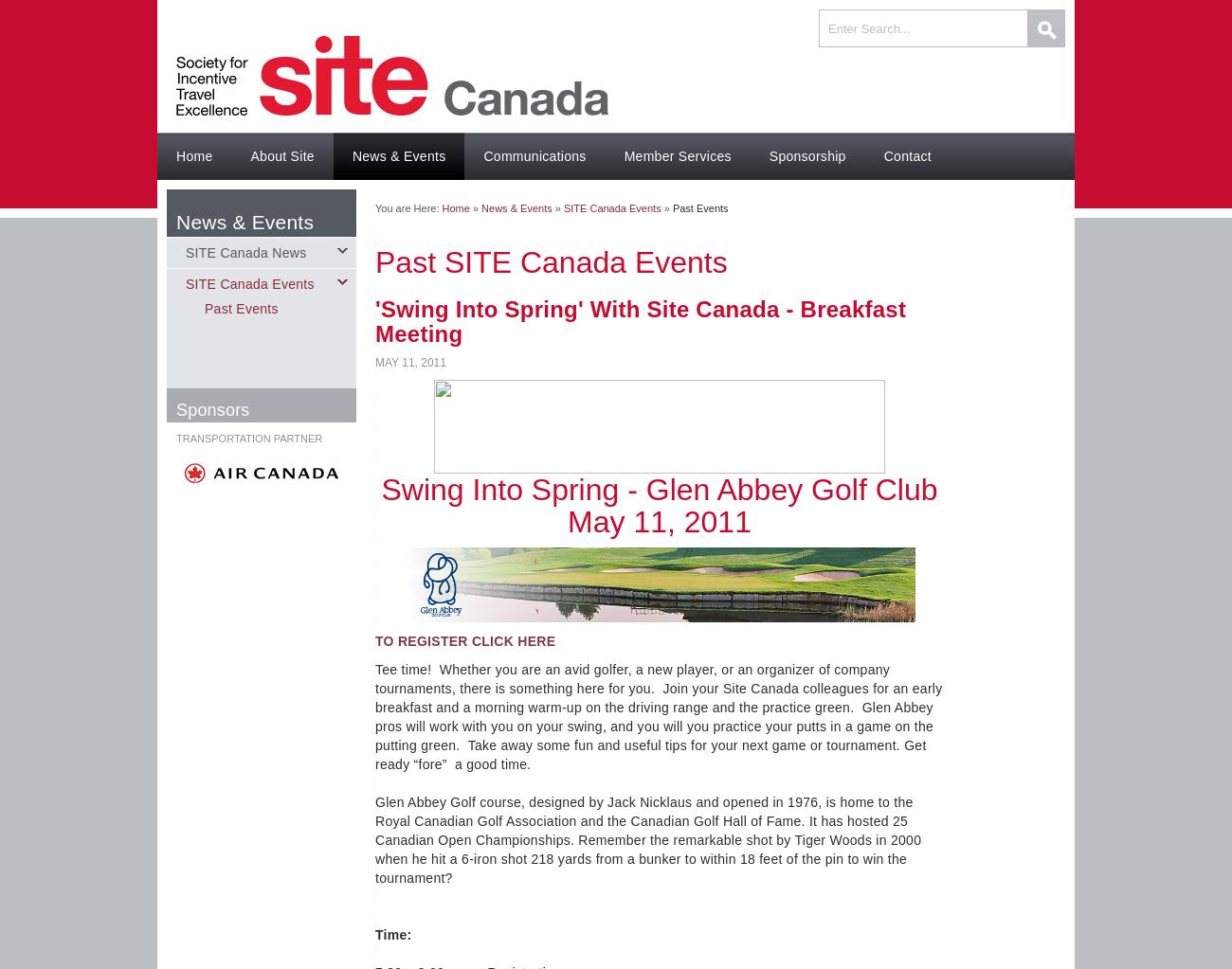 The height and width of the screenshot is (969, 1232). I want to click on 'TO REGISTER CLICK HERE', so click(374, 640).